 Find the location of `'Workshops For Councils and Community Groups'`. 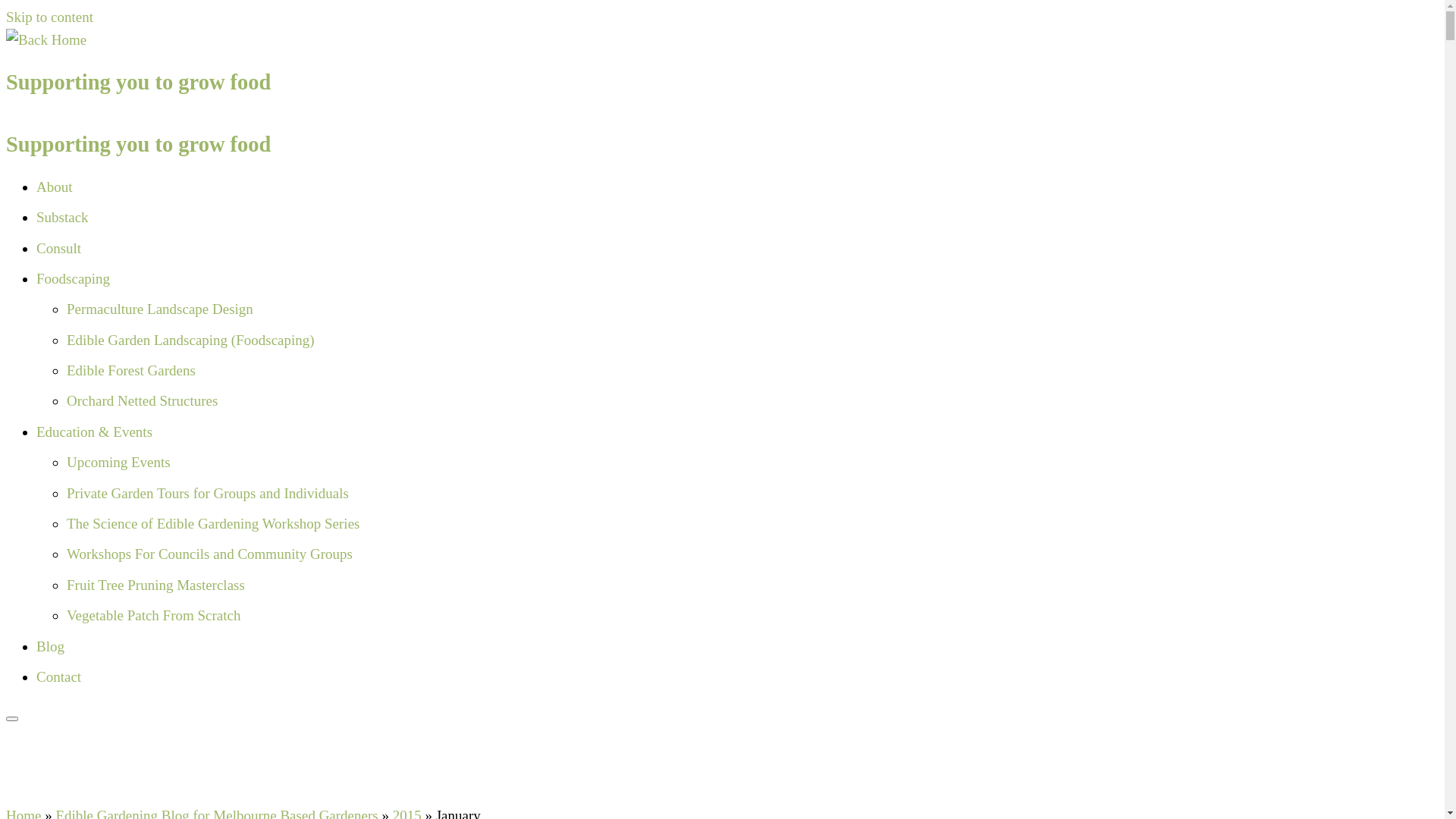

'Workshops For Councils and Community Groups' is located at coordinates (209, 554).